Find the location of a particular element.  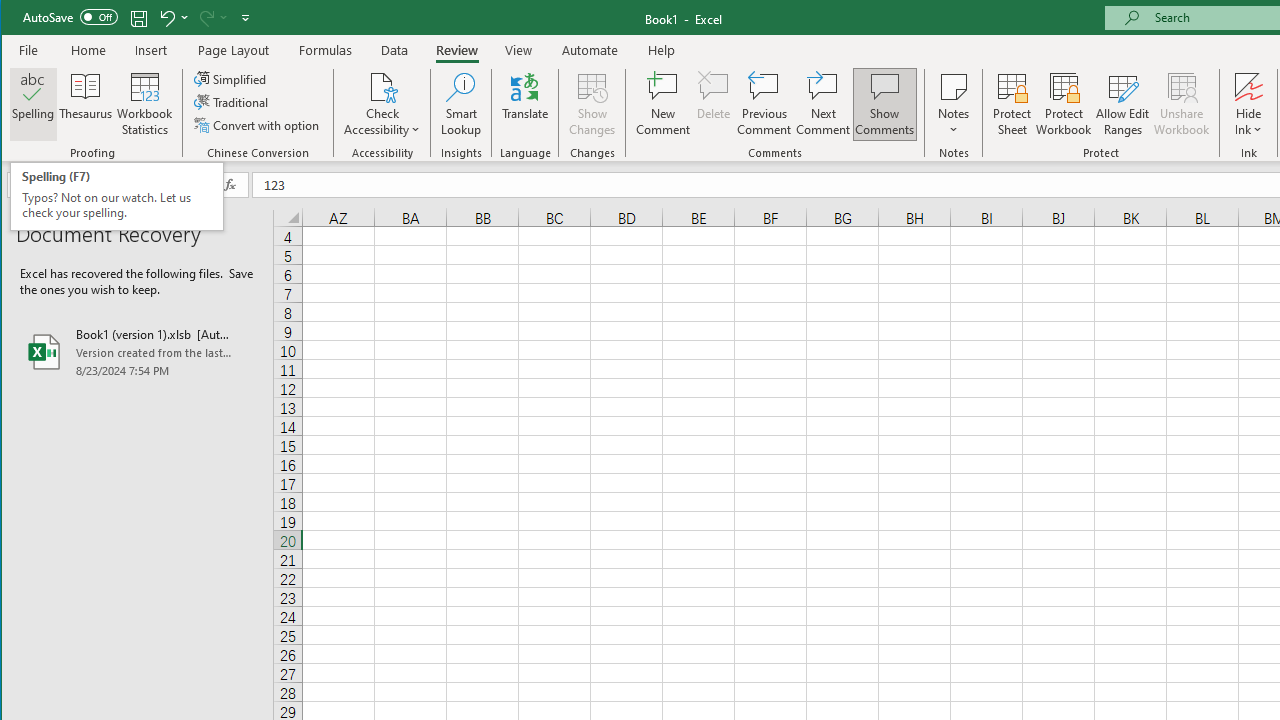

'Workbook Statistics' is located at coordinates (144, 104).